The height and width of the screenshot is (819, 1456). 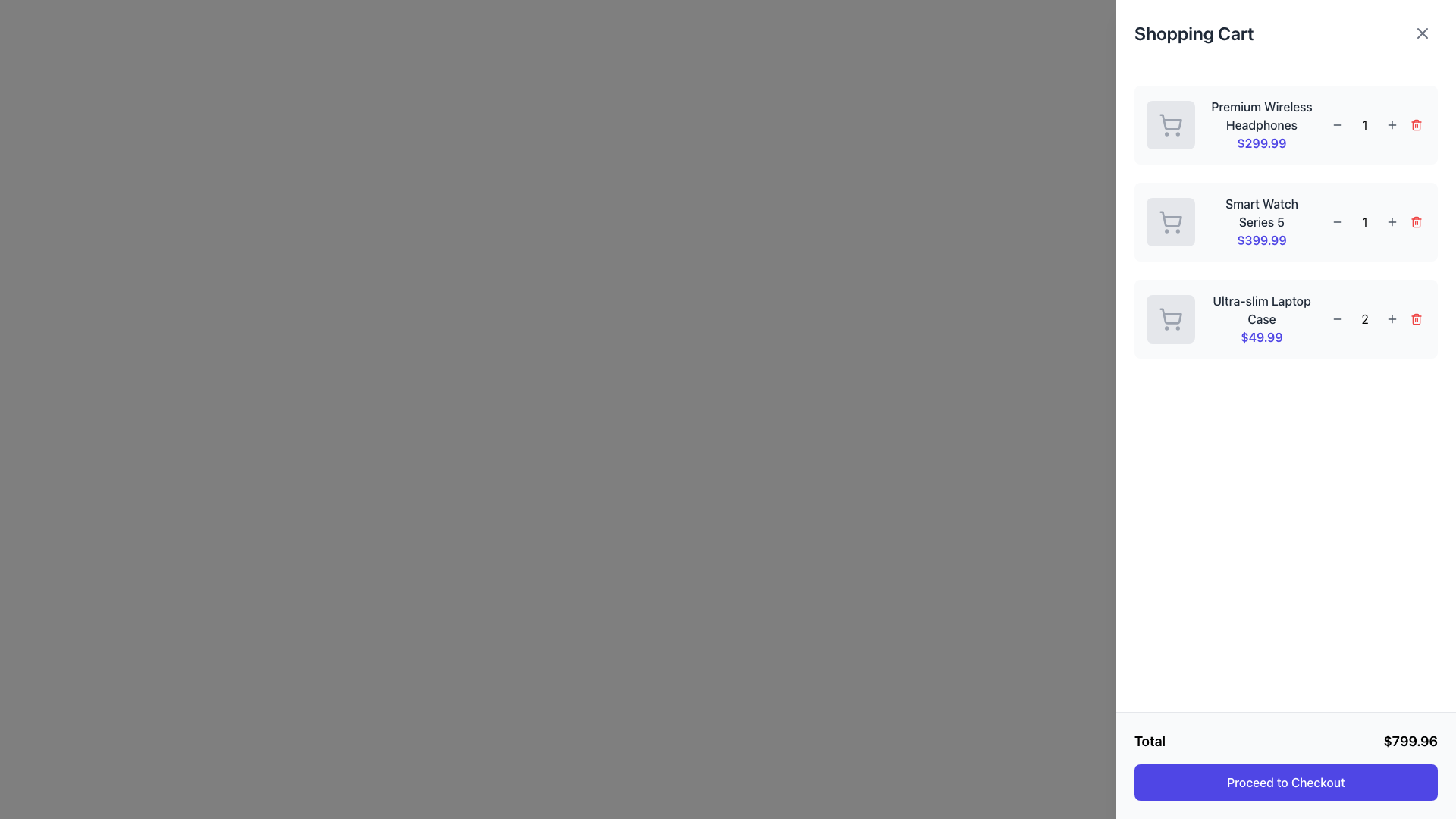 What do you see at coordinates (1285, 766) in the screenshot?
I see `the button that displays the total cost and allows users to proceed to checkout` at bounding box center [1285, 766].